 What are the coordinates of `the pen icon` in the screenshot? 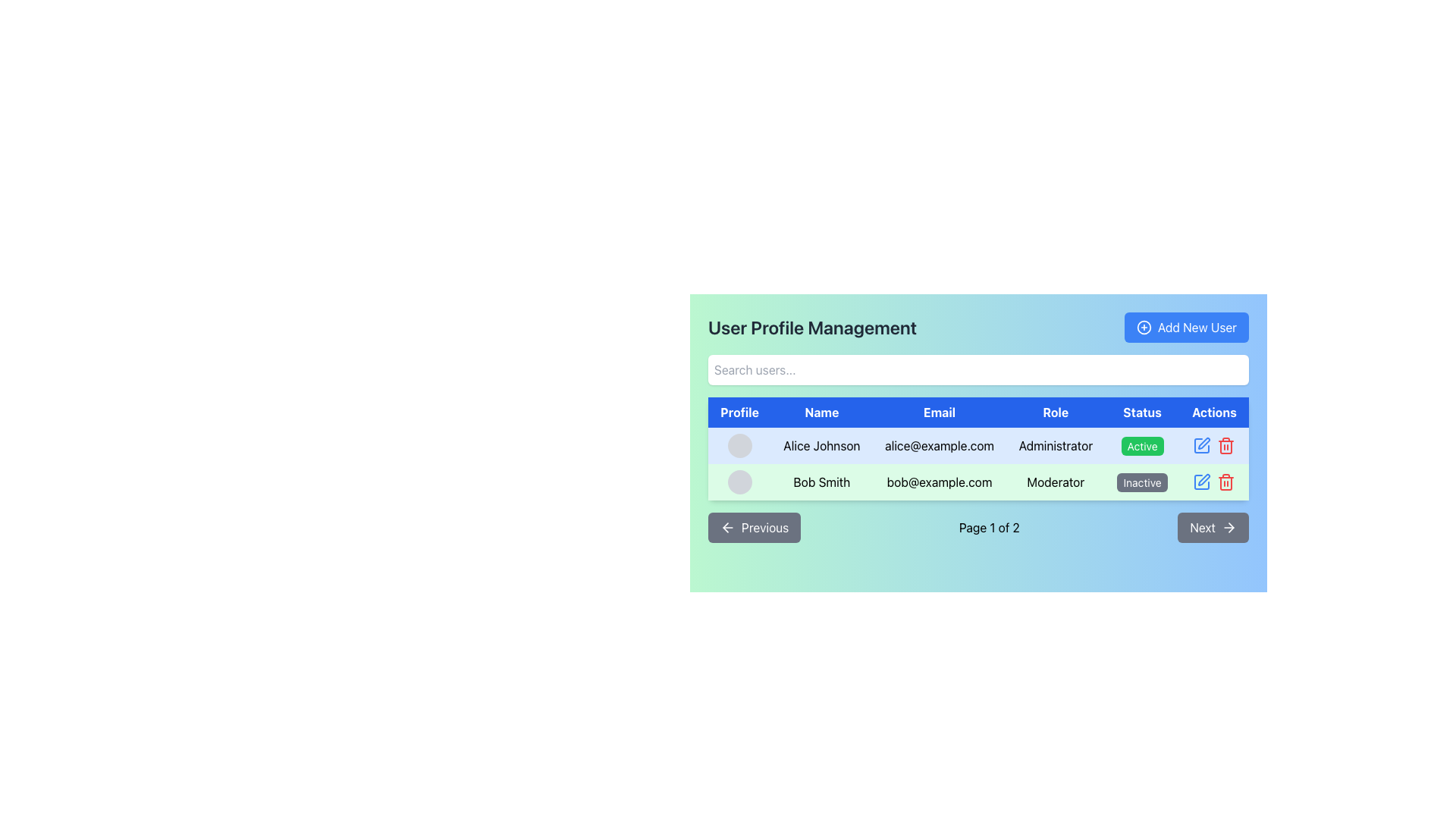 It's located at (1203, 444).